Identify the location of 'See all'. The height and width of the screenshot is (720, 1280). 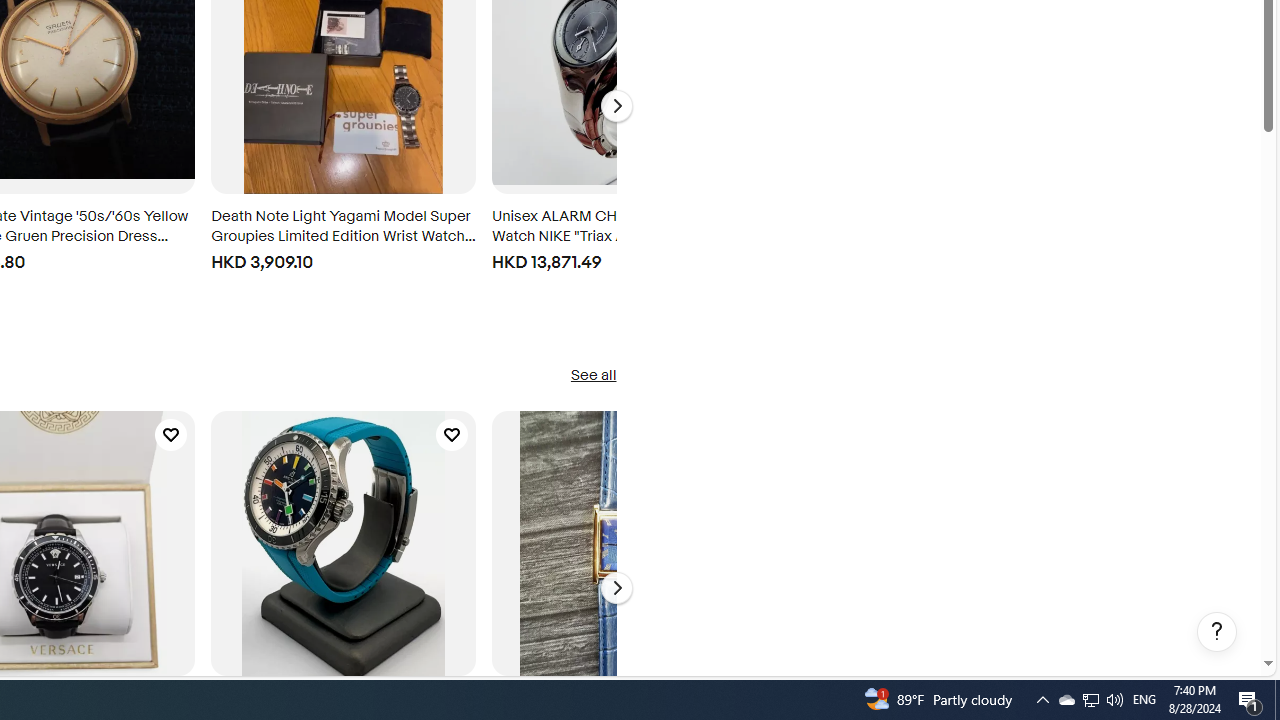
(592, 376).